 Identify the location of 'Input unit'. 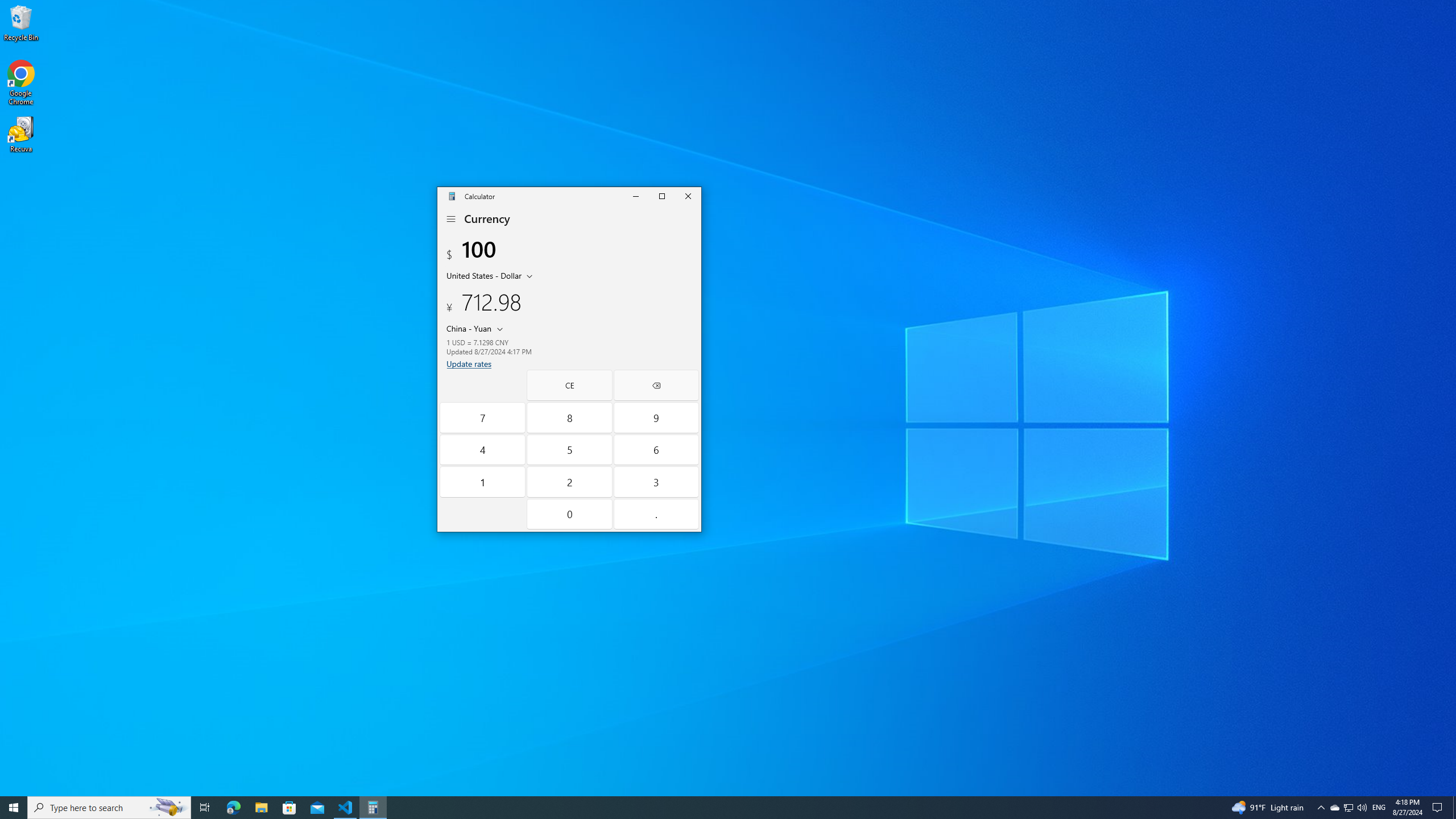
(491, 274).